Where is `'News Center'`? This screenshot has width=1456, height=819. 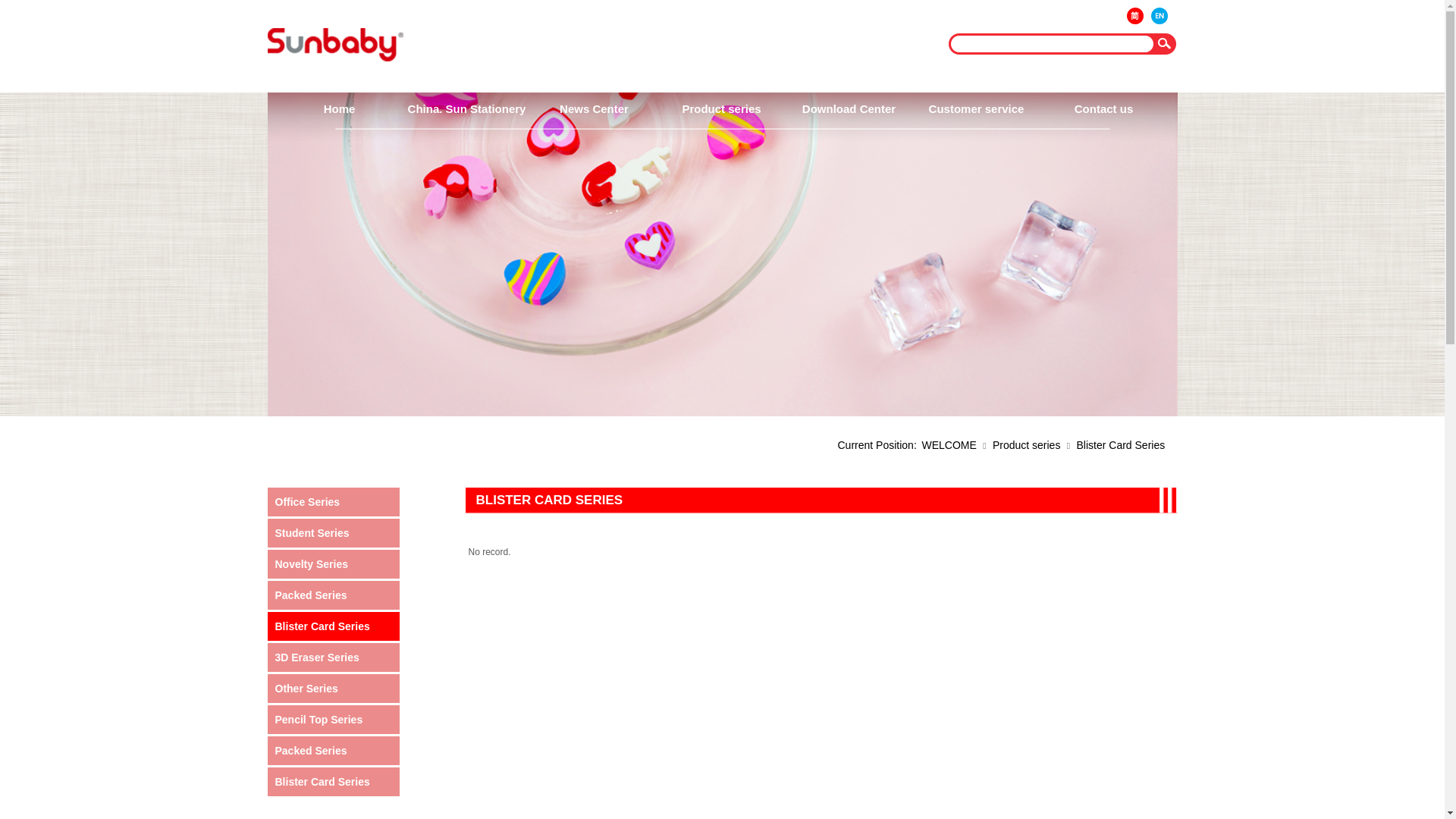 'News Center' is located at coordinates (592, 108).